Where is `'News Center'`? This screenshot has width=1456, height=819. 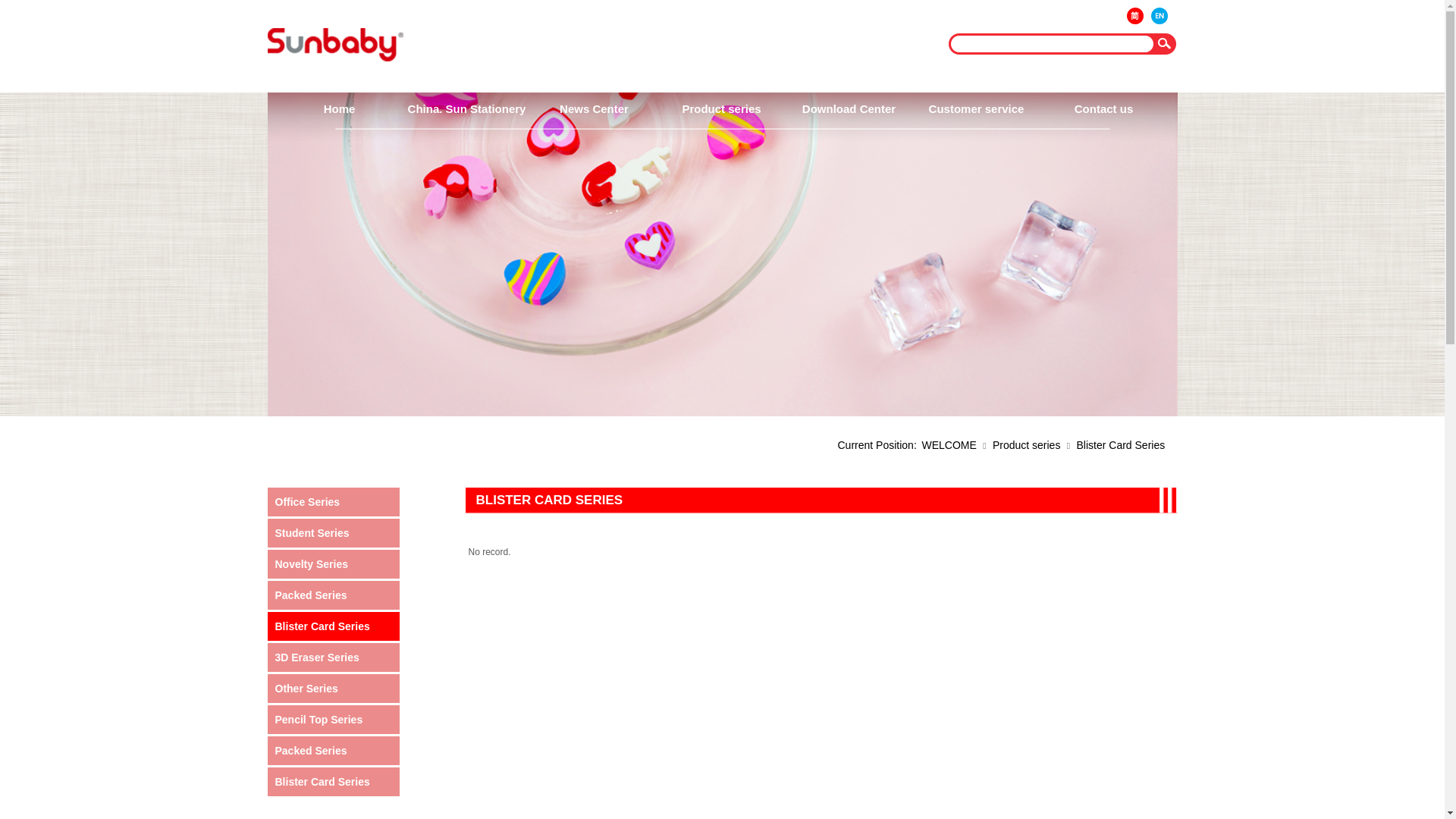 'News Center' is located at coordinates (592, 108).